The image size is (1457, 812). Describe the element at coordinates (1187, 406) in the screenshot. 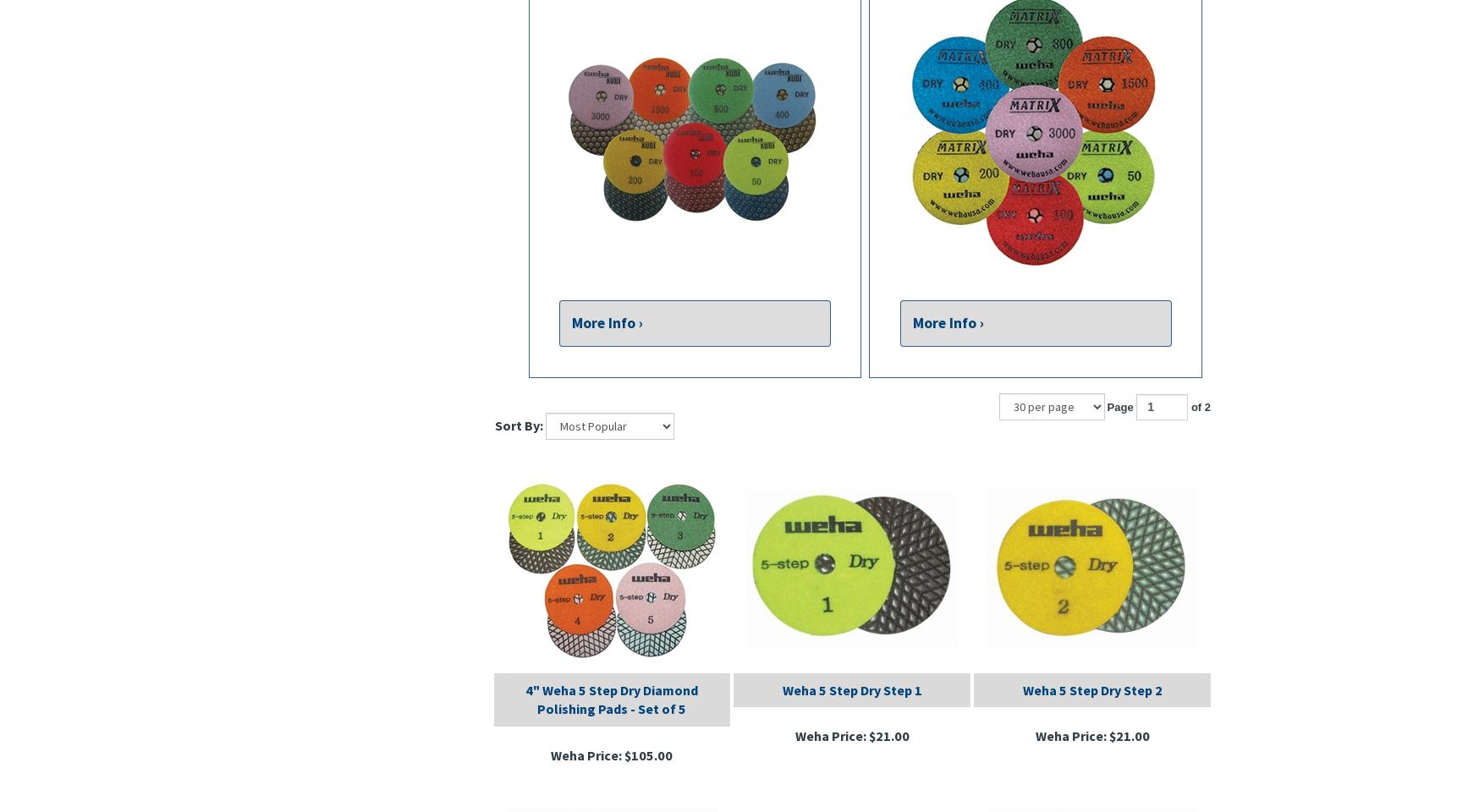

I see `'of 2'` at that location.